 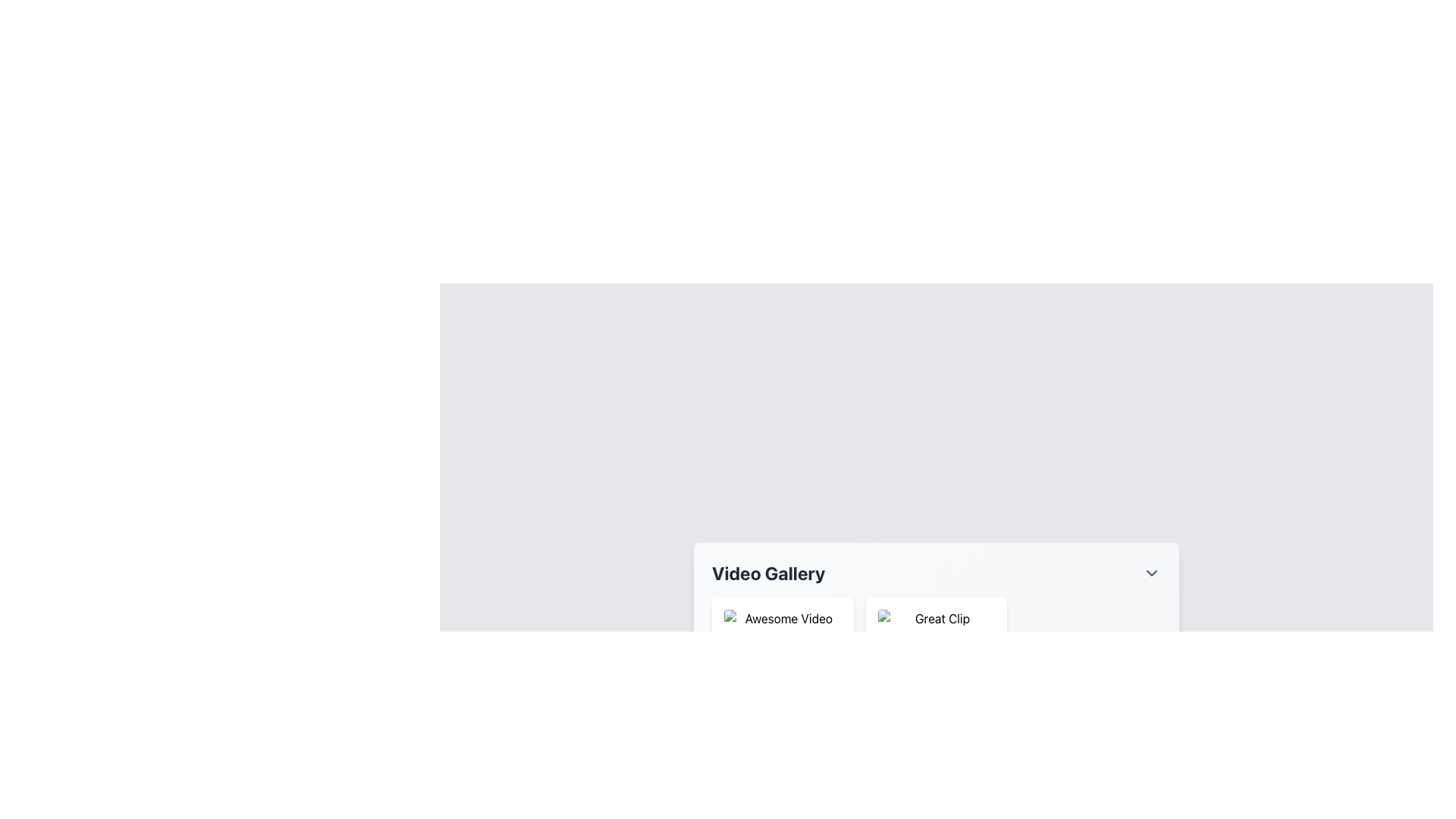 What do you see at coordinates (768, 573) in the screenshot?
I see `the bold textual heading 'Video Gallery' which is prominently displayed at the top left of its section` at bounding box center [768, 573].